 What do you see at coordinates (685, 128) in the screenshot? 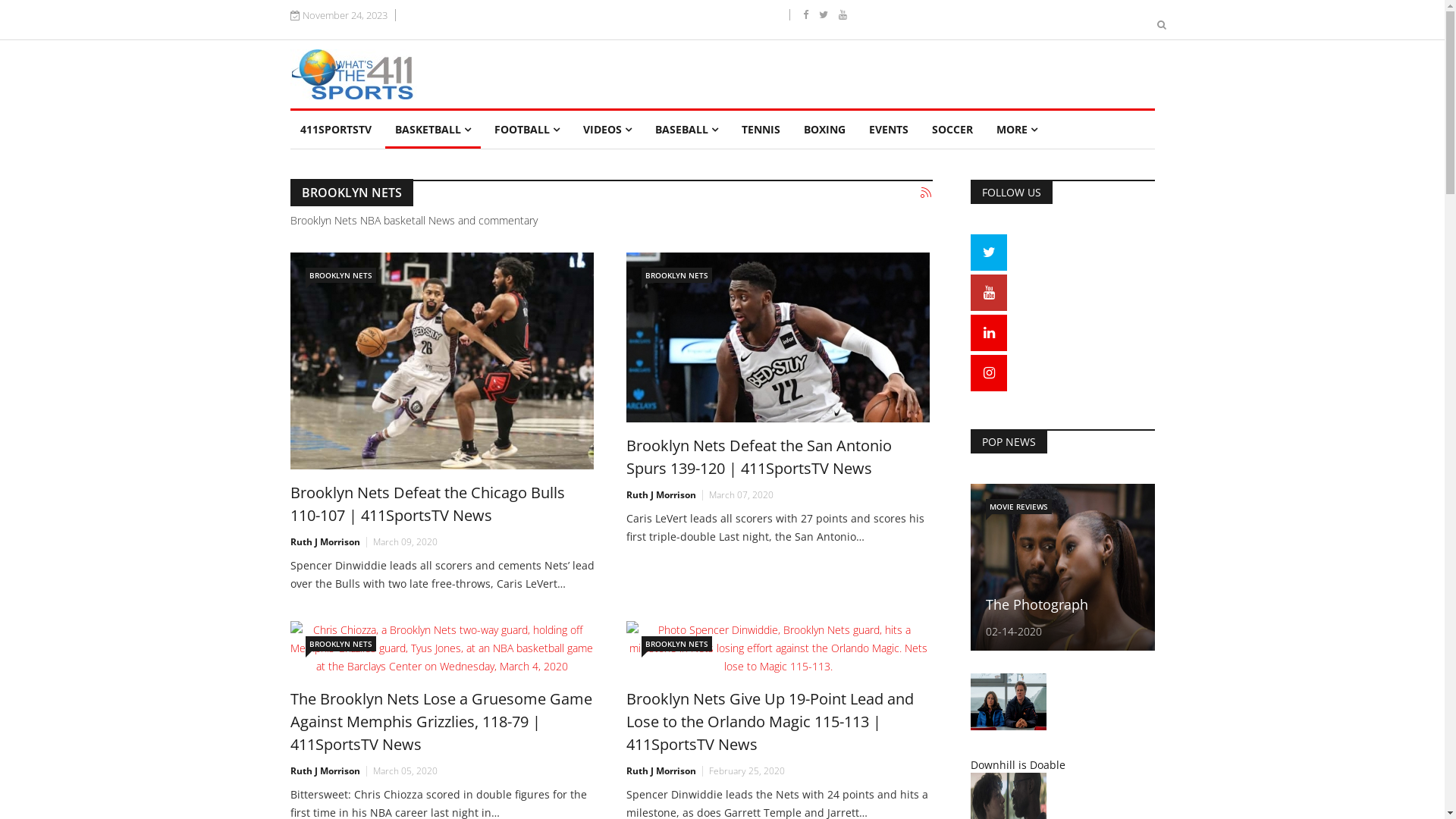
I see `'BASEBALL'` at bounding box center [685, 128].